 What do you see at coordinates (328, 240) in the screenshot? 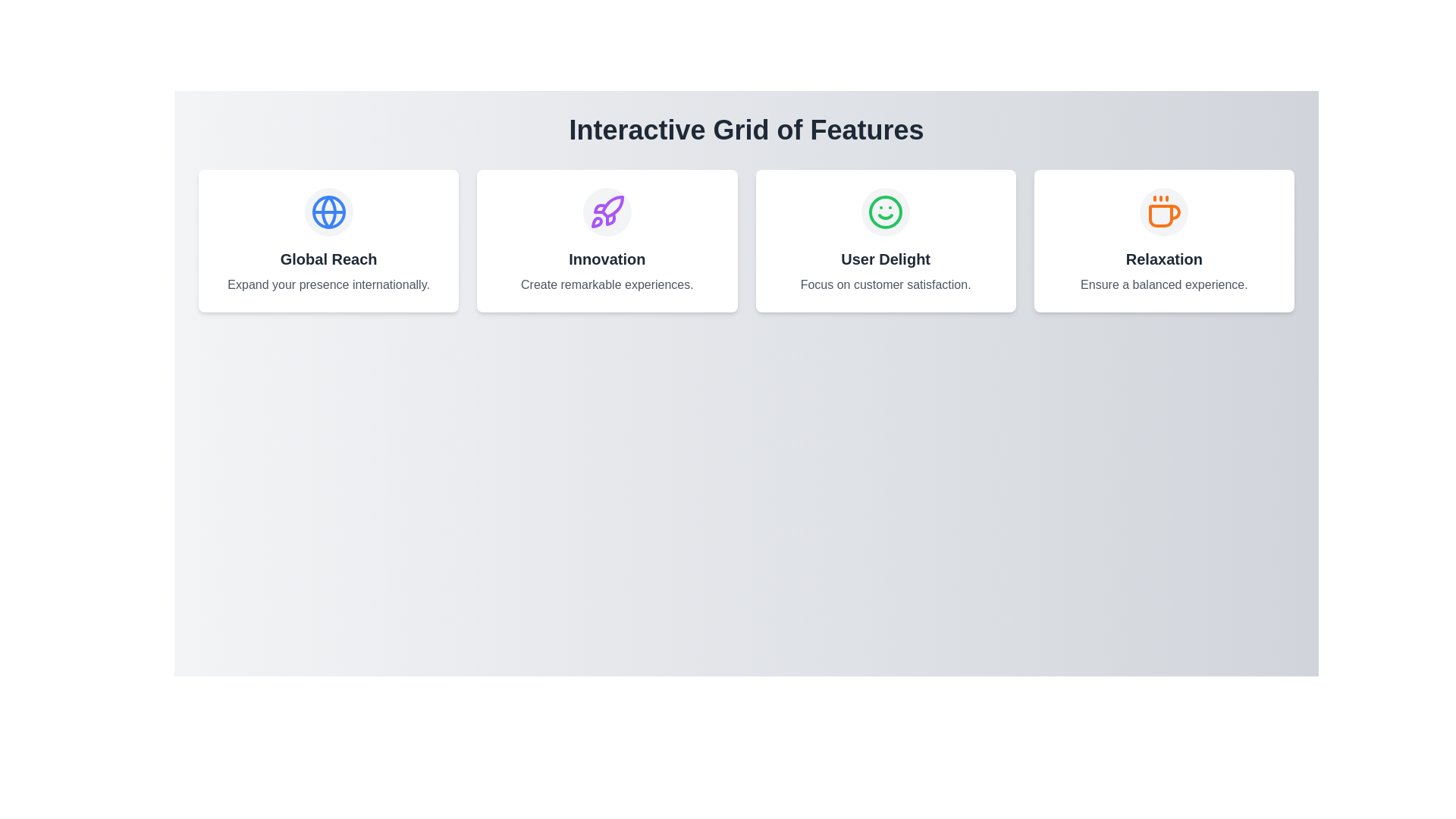
I see `the Information card titled 'Global Reach' which is the first card in the grid layout, located in the top-left corner` at bounding box center [328, 240].